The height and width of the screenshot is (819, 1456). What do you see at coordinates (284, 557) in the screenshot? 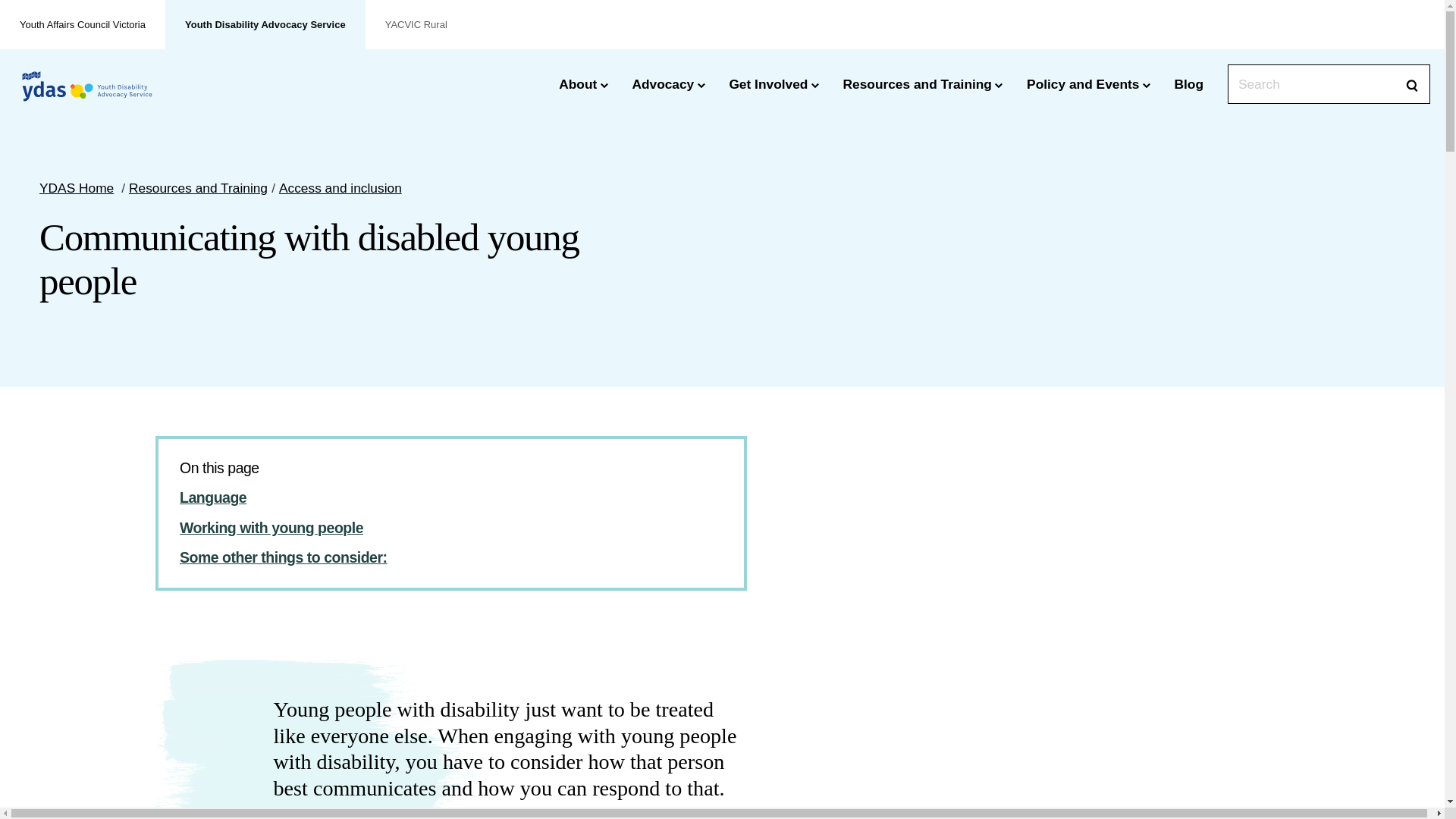
I see `'Some other things to consider:'` at bounding box center [284, 557].